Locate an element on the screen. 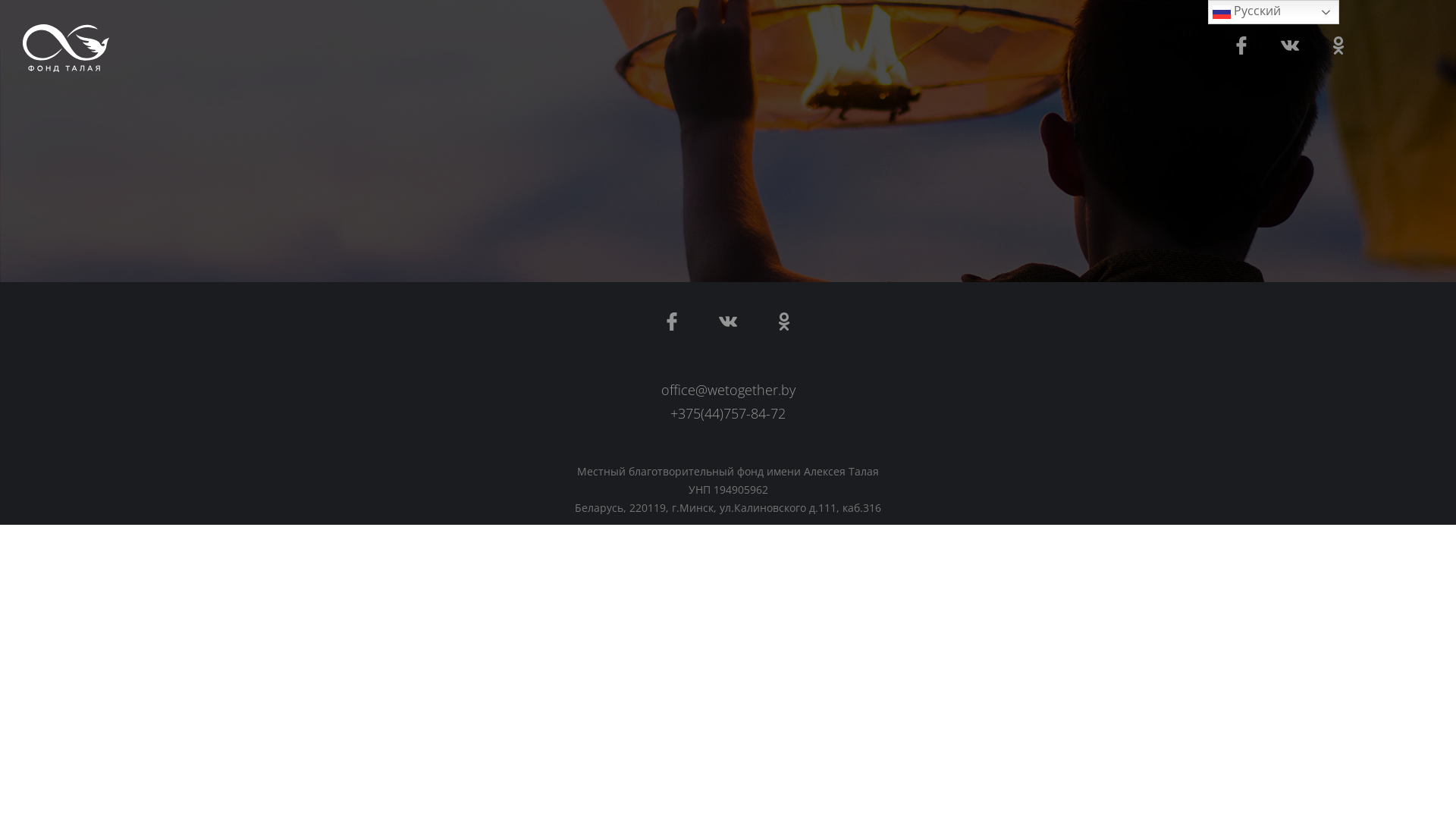 The width and height of the screenshot is (1456, 819). 'office@wetogether.by' is located at coordinates (728, 388).